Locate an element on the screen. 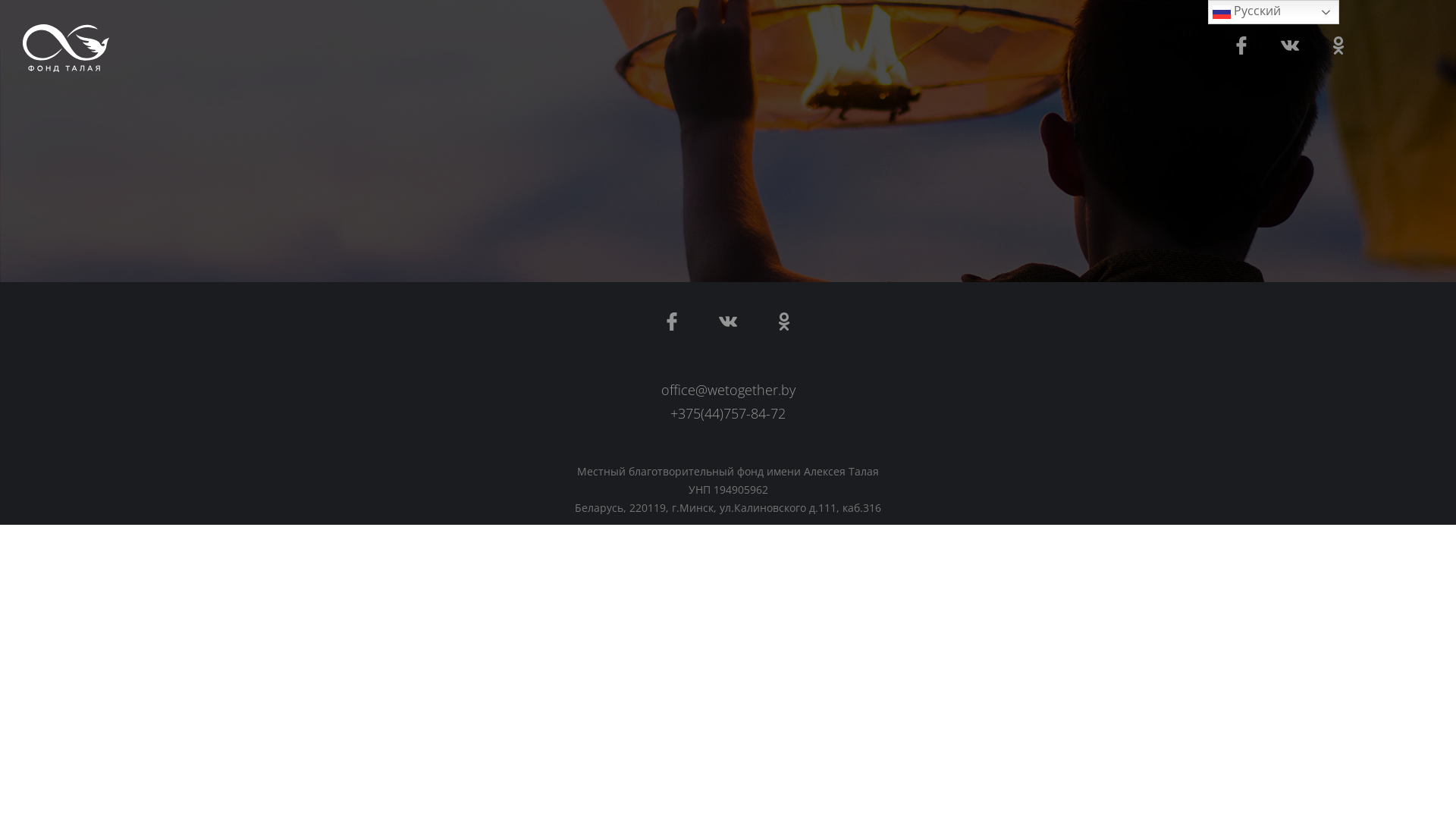 The width and height of the screenshot is (1456, 819). 'office@wetogether.by' is located at coordinates (728, 388).